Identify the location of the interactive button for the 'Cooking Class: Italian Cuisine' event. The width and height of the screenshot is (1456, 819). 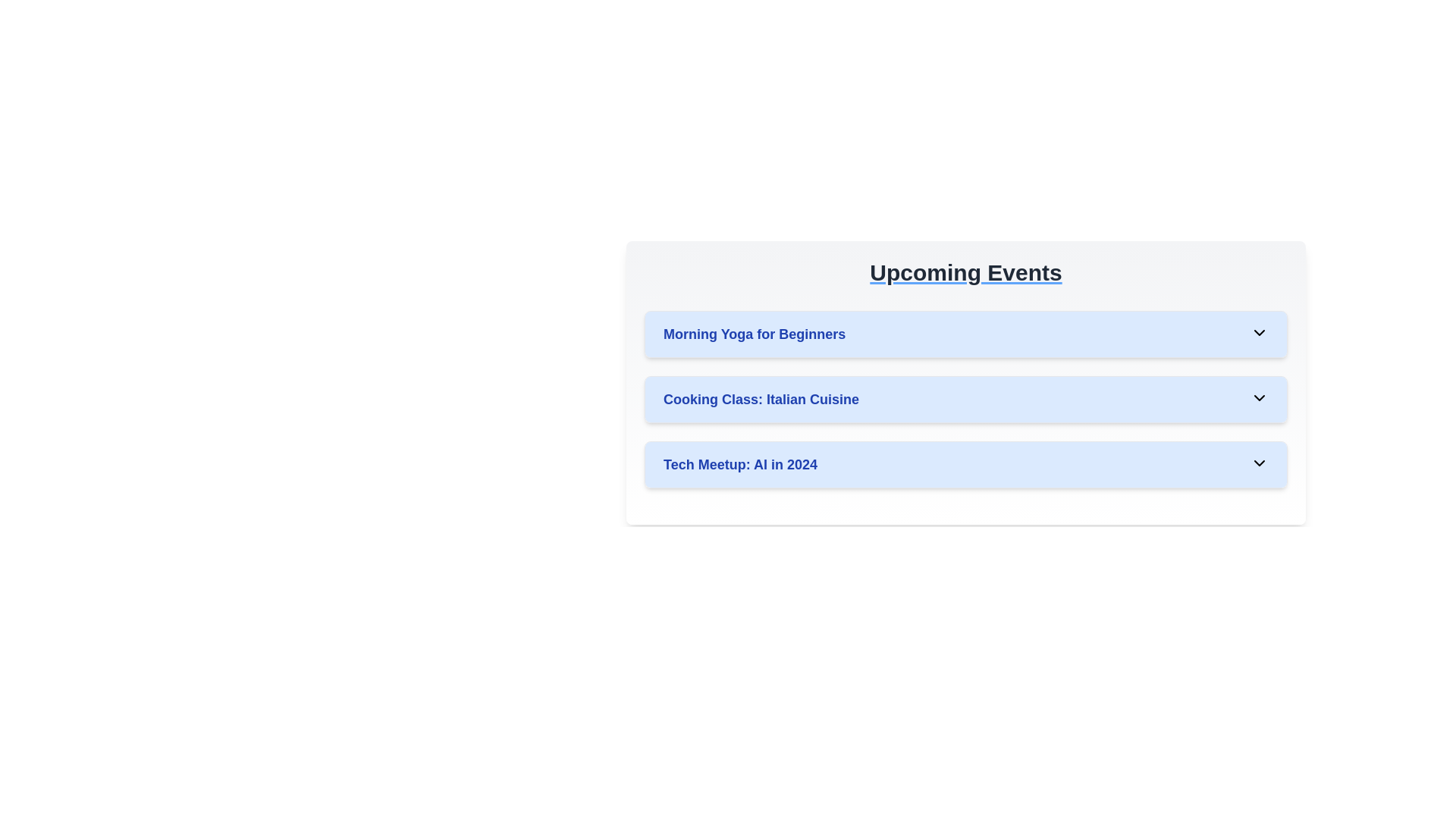
(965, 399).